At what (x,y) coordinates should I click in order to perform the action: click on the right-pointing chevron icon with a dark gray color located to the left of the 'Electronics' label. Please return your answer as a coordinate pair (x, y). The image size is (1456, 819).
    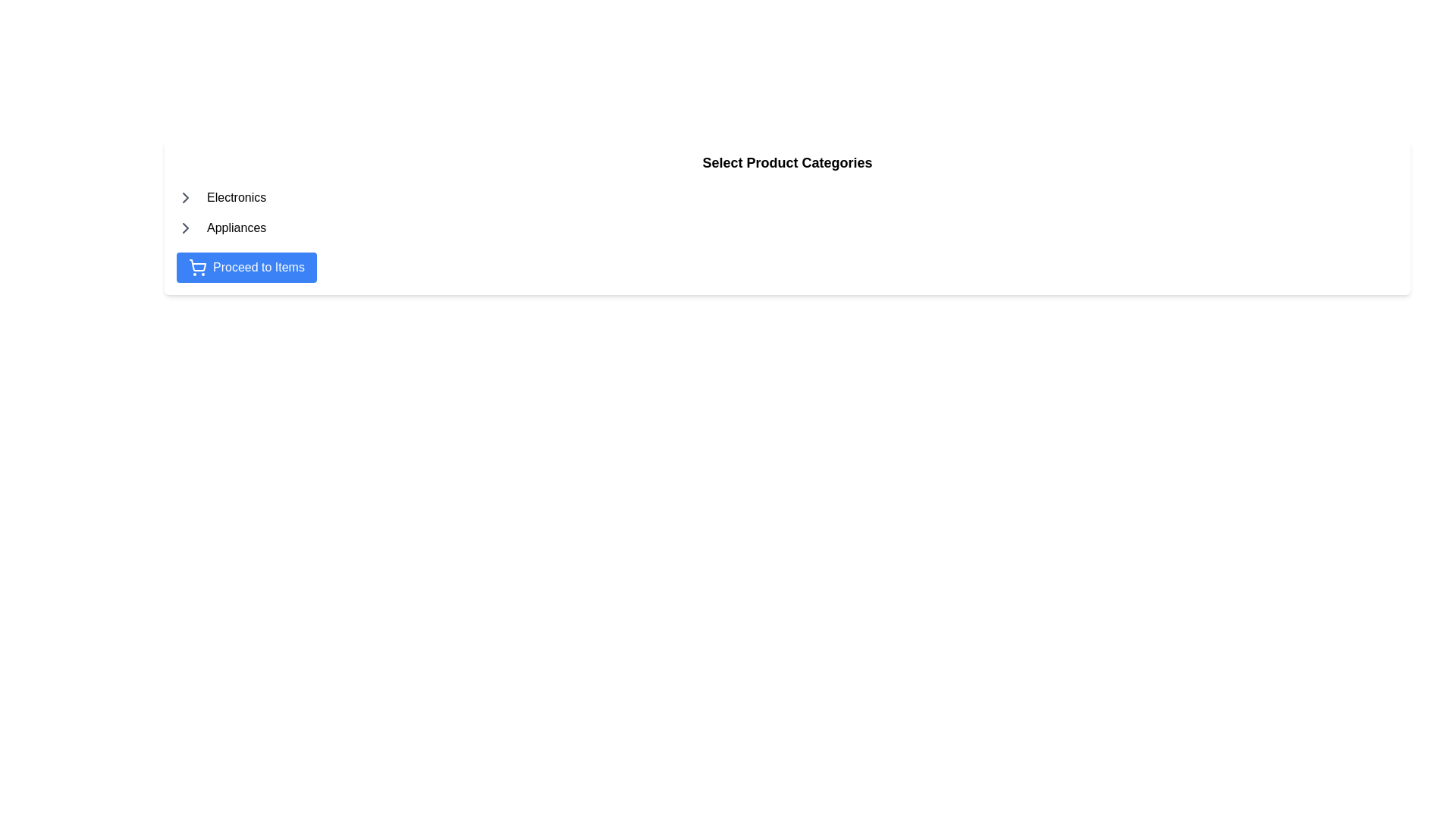
    Looking at the image, I should click on (184, 197).